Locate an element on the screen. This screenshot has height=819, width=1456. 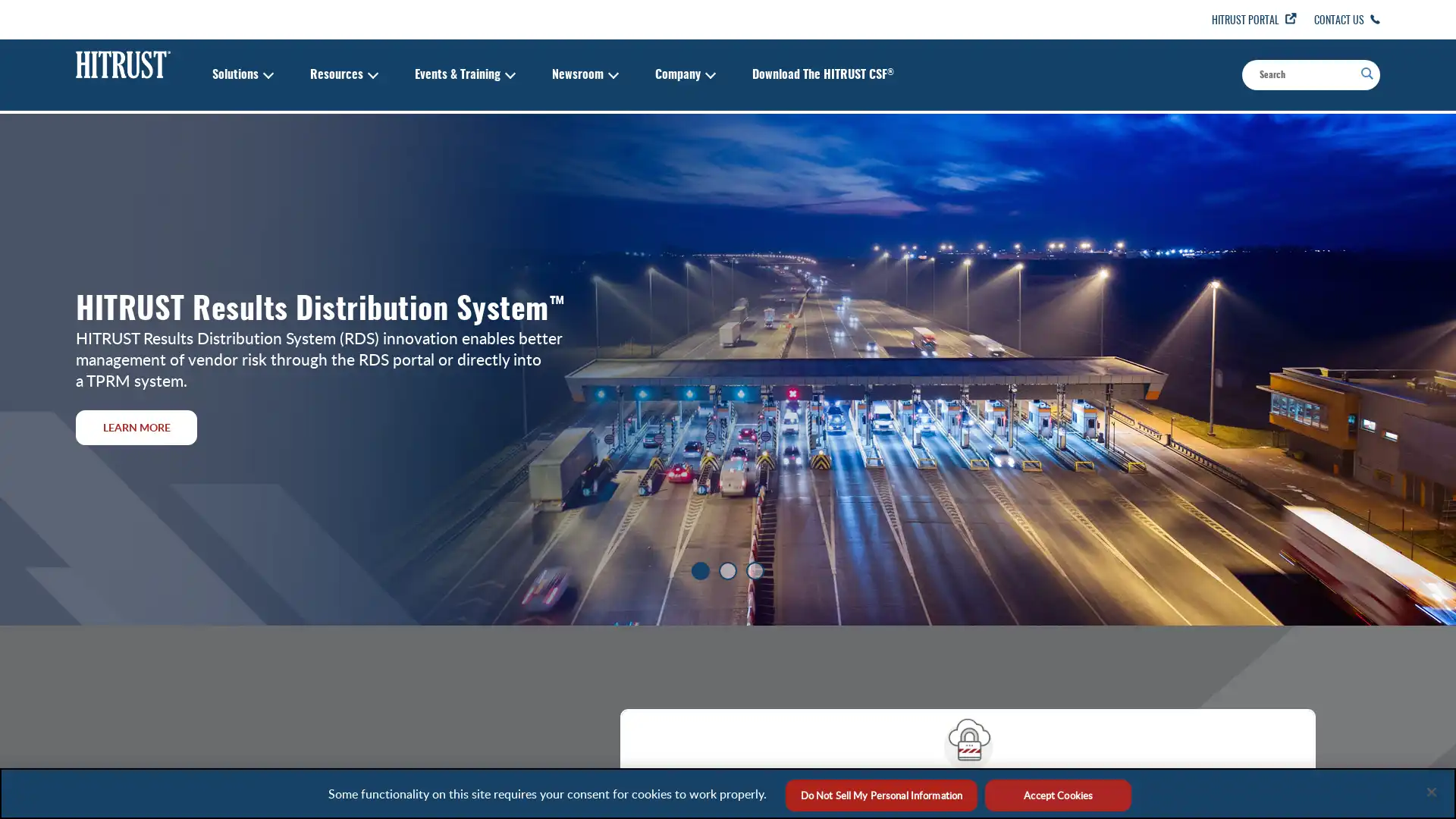
Accept Cookies is located at coordinates (1057, 795).